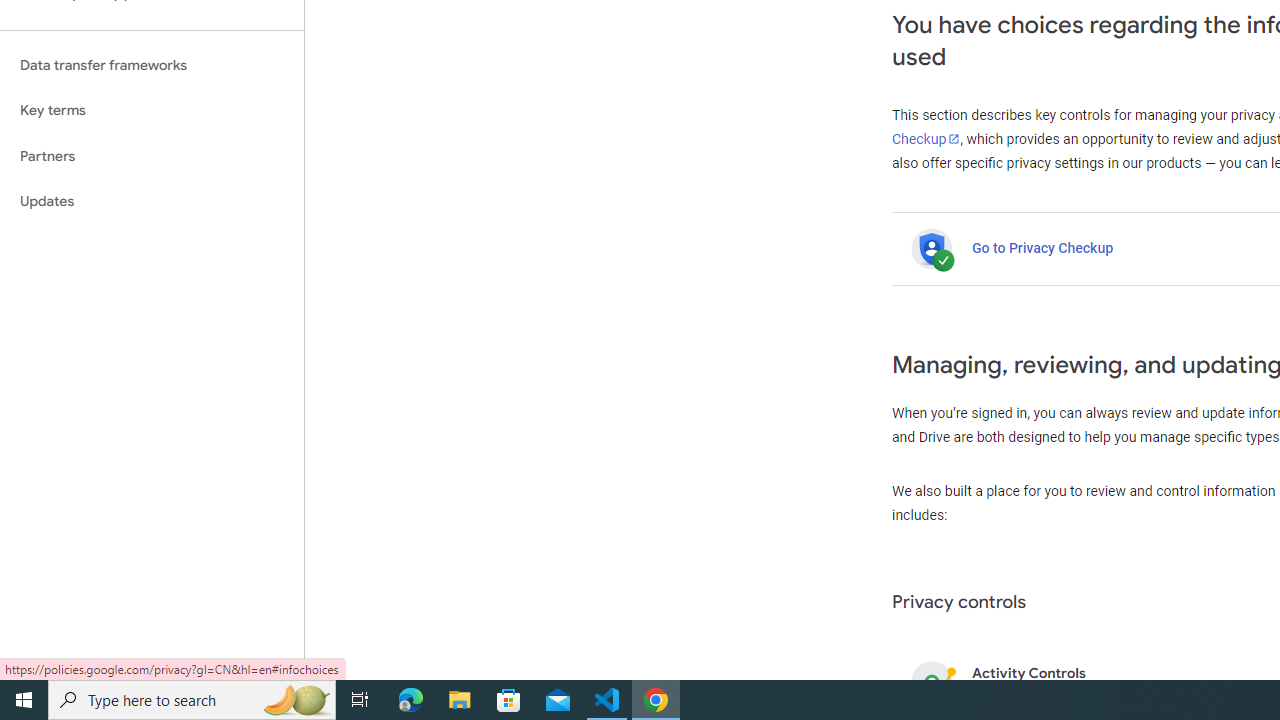 The image size is (1280, 720). I want to click on 'Key terms', so click(151, 110).